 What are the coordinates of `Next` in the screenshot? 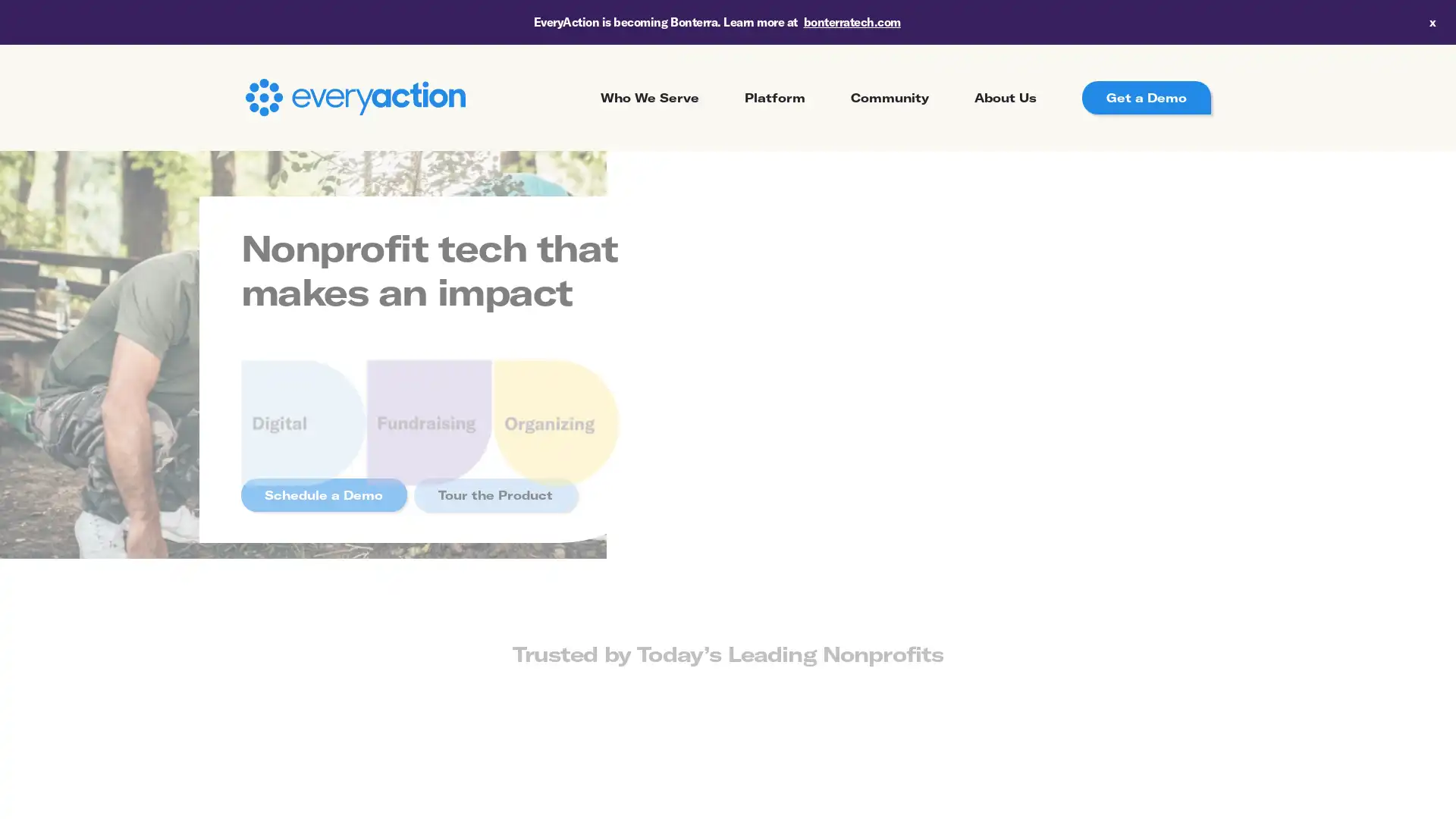 It's located at (1141, 733).